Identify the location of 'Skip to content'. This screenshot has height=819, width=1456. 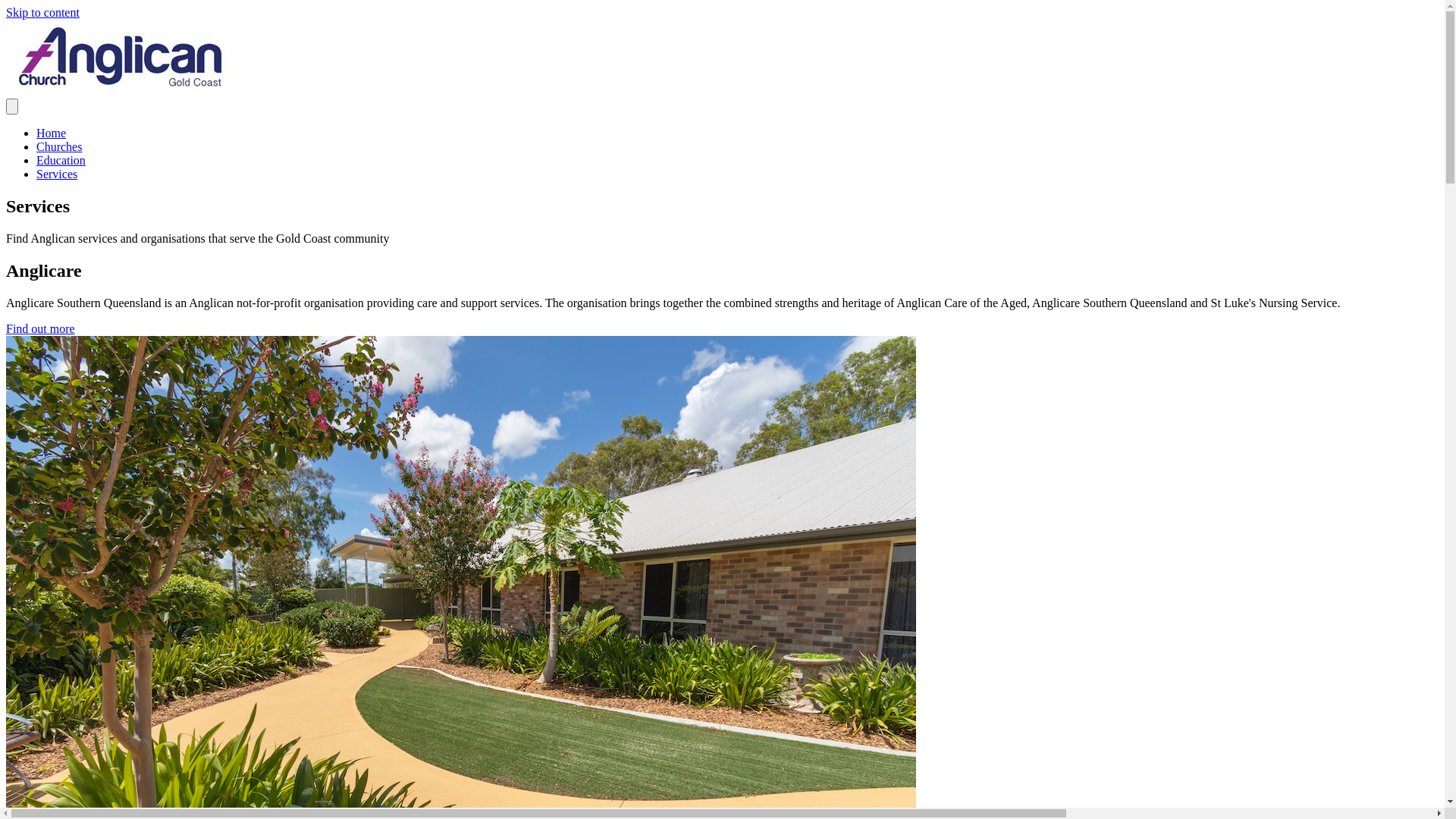
(6, 12).